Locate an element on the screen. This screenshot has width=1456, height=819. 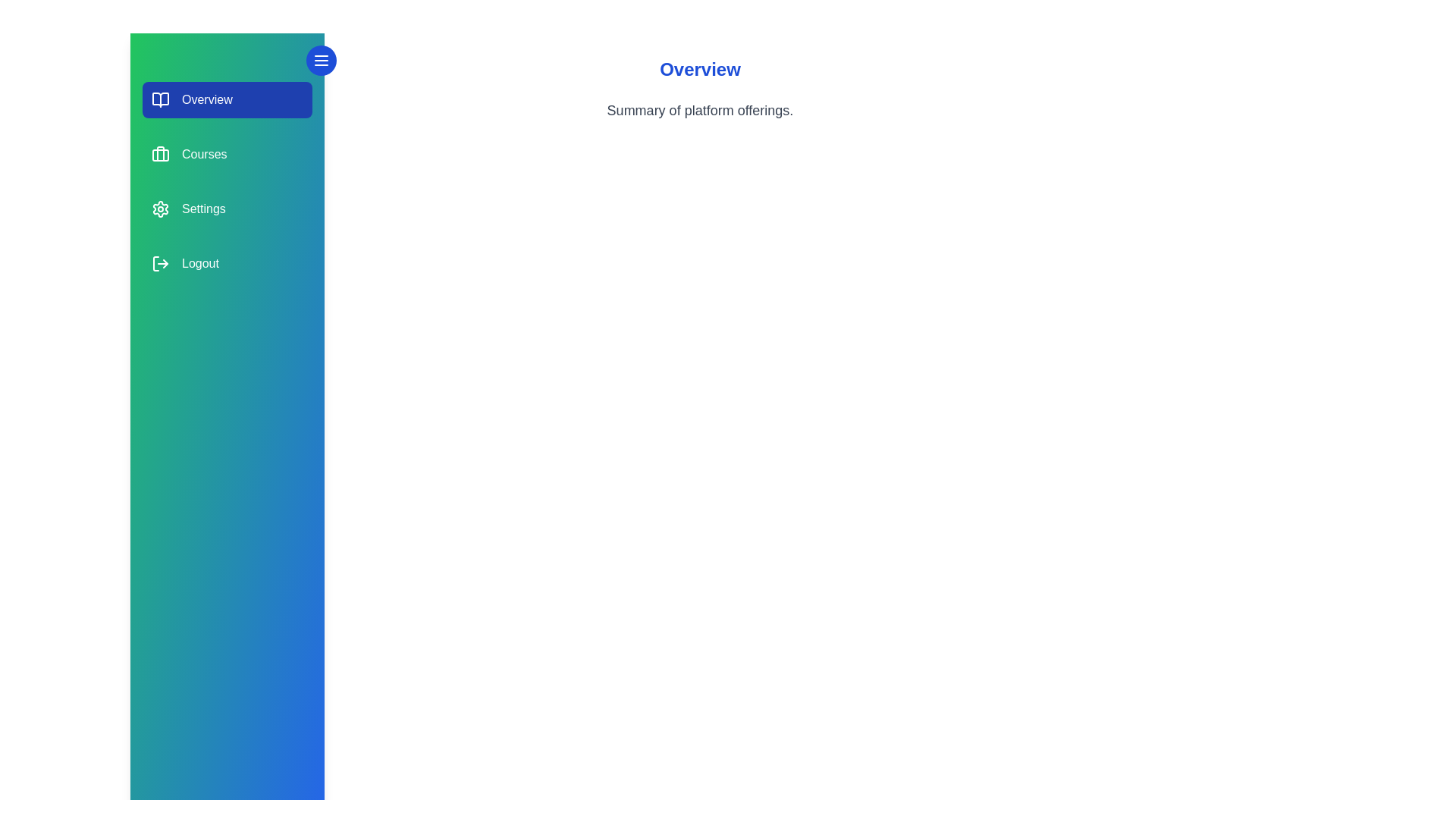
menu button to toggle the drawer is located at coordinates (320, 60).